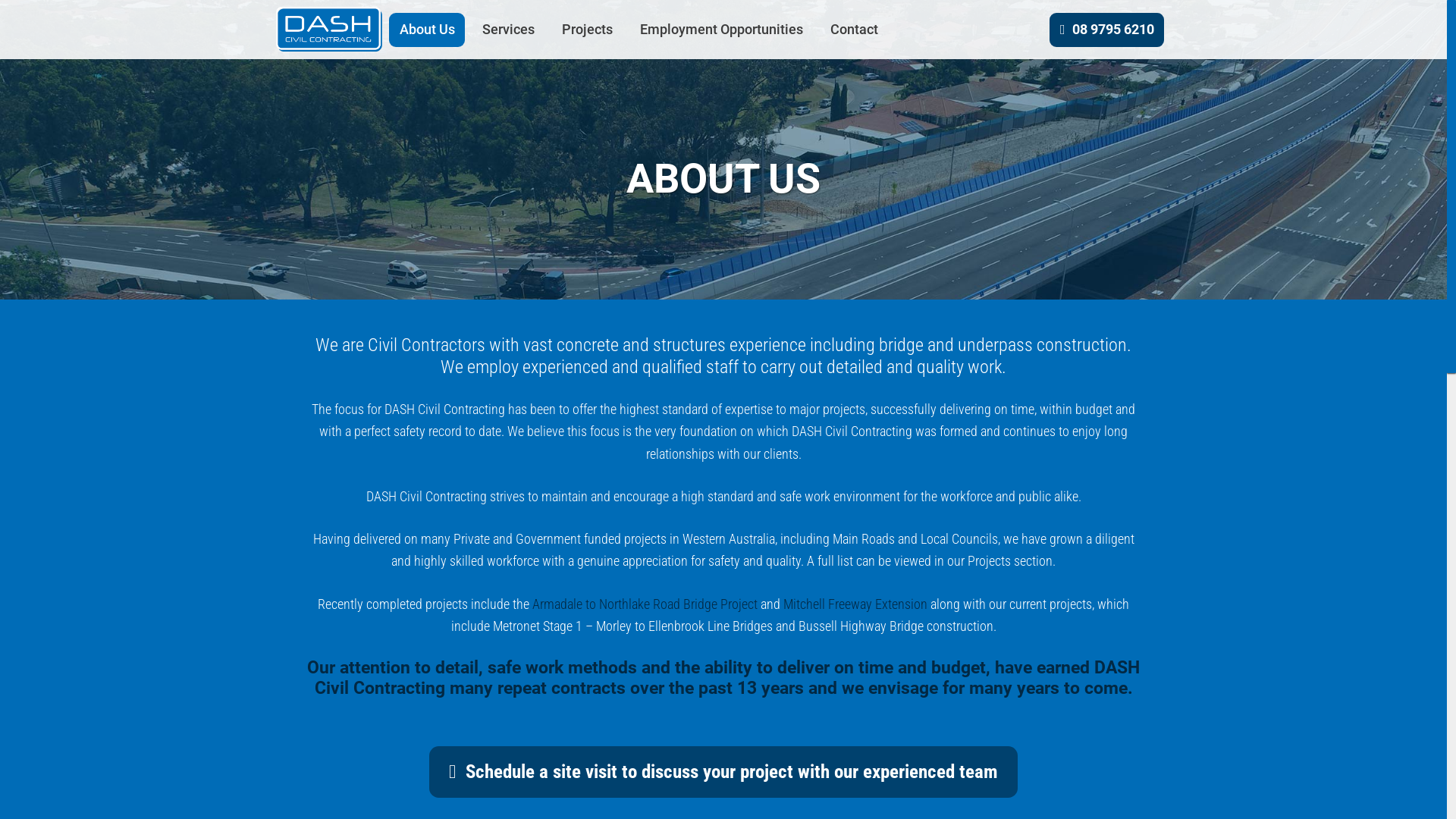 This screenshot has width=1456, height=819. I want to click on 'Mitchell Freeway Extension', so click(855, 603).